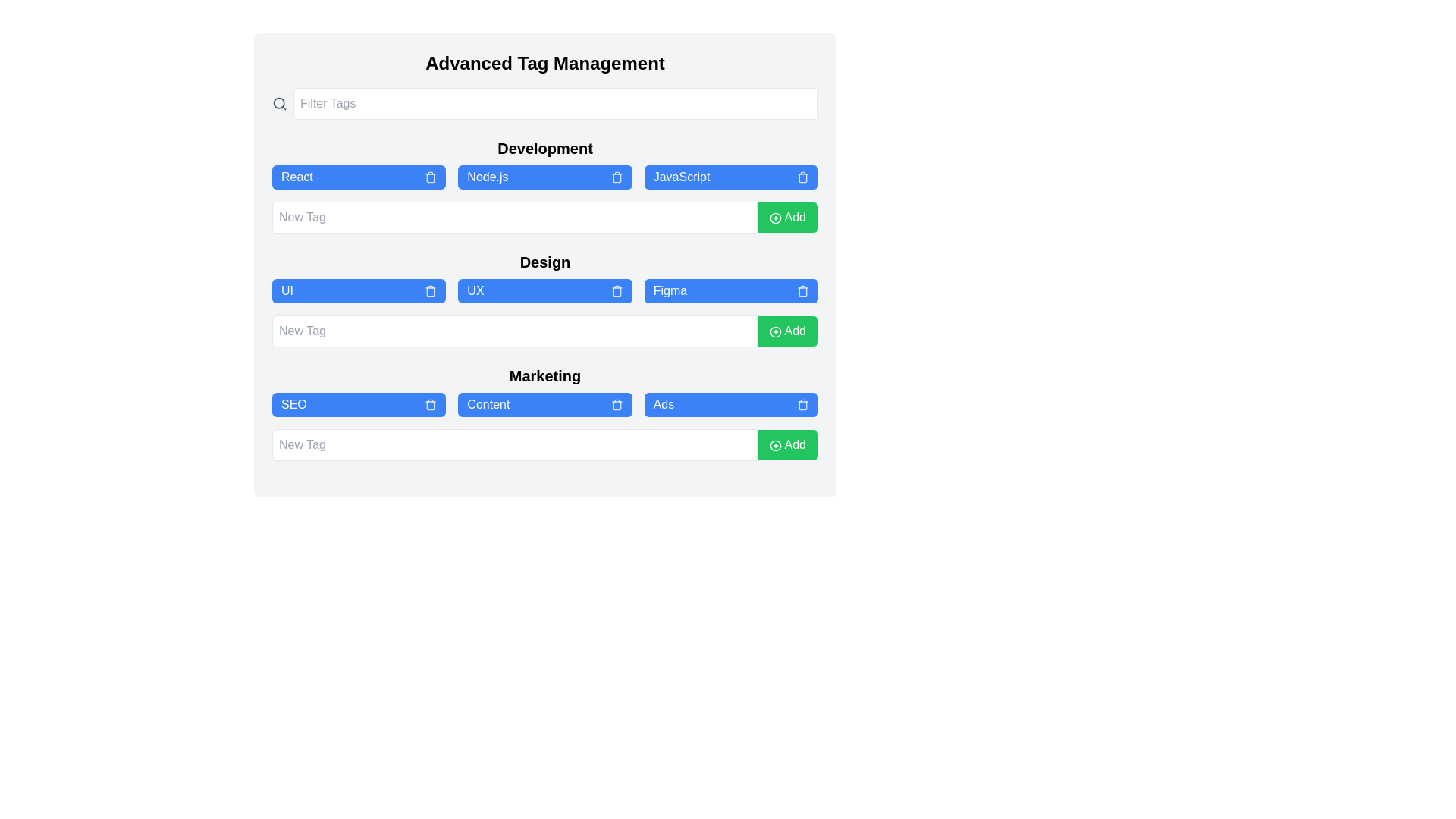 The image size is (1456, 819). What do you see at coordinates (297, 177) in the screenshot?
I see `the text label displaying 'React', which is styled with a white font on a blue background` at bounding box center [297, 177].